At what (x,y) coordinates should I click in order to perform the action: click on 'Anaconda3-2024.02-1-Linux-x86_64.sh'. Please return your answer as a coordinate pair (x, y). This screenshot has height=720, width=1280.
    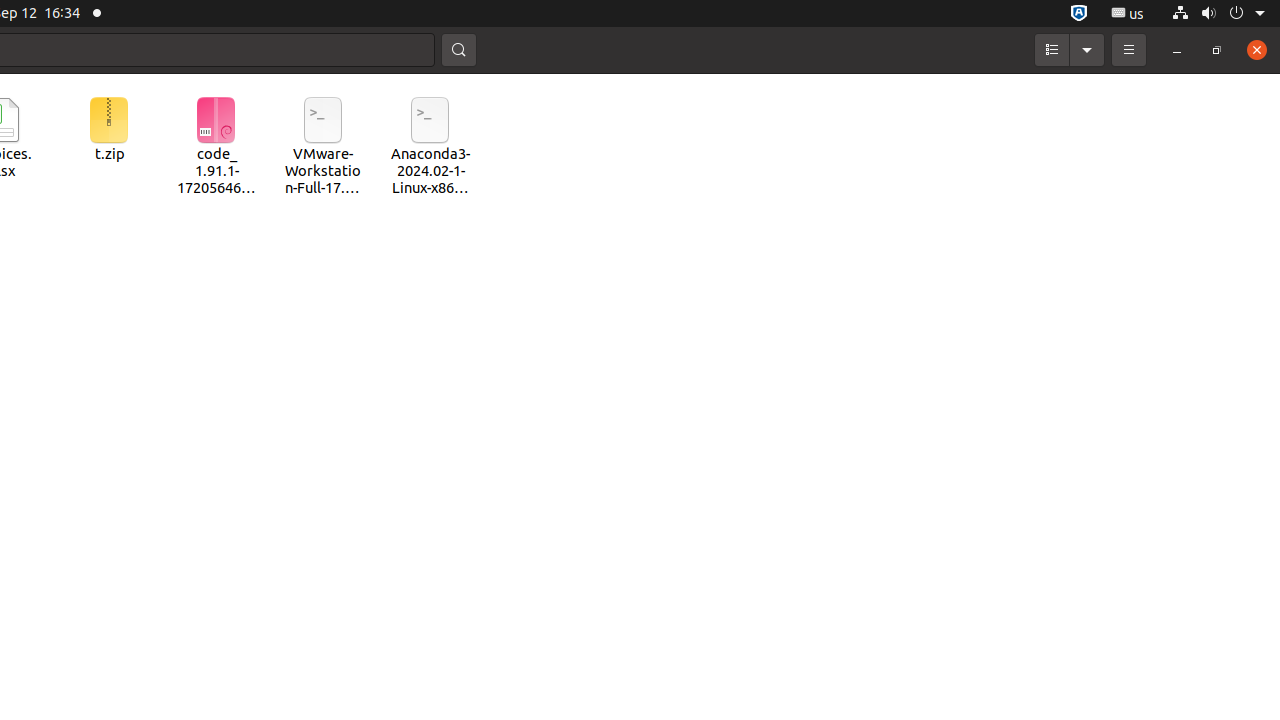
    Looking at the image, I should click on (429, 146).